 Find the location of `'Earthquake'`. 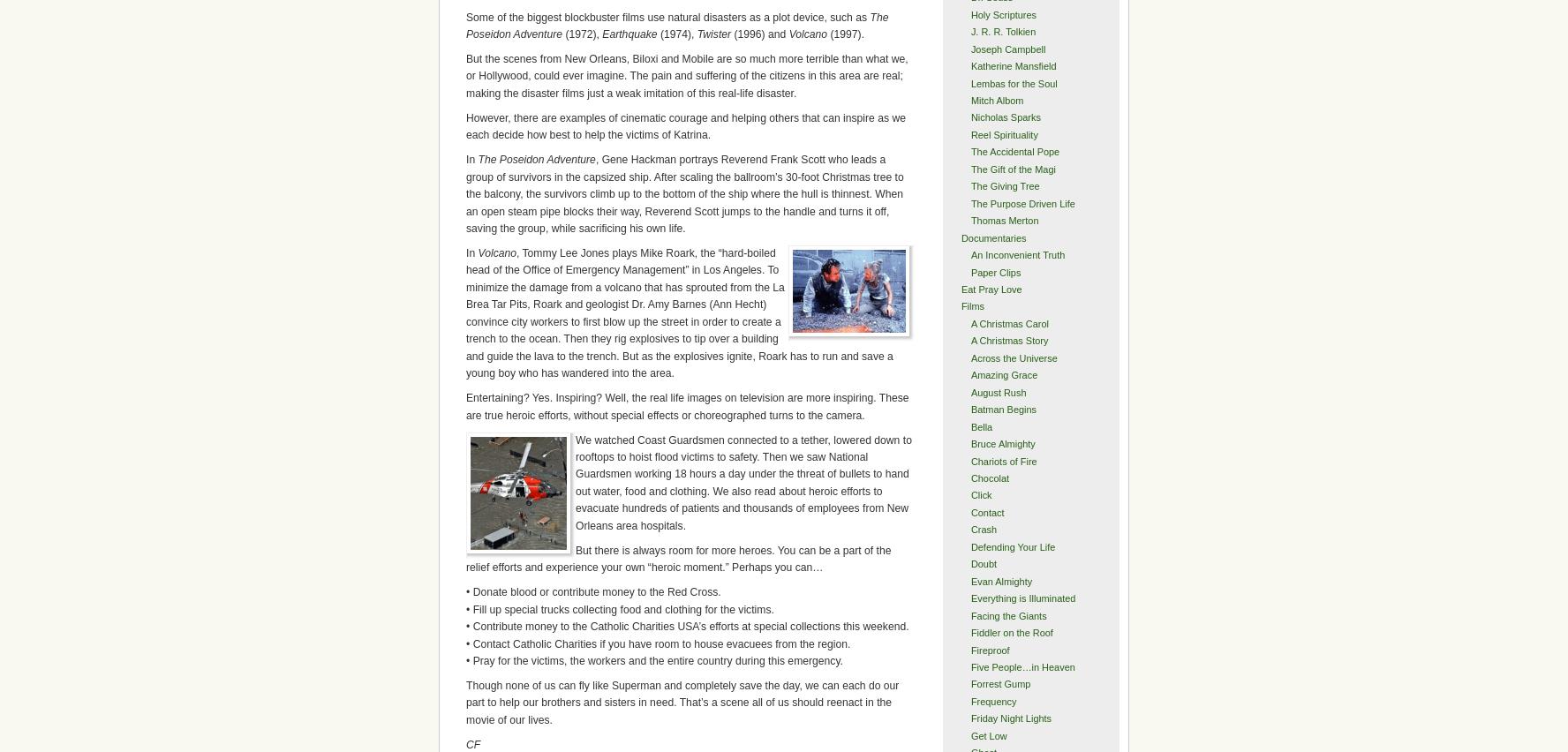

'Earthquake' is located at coordinates (629, 34).